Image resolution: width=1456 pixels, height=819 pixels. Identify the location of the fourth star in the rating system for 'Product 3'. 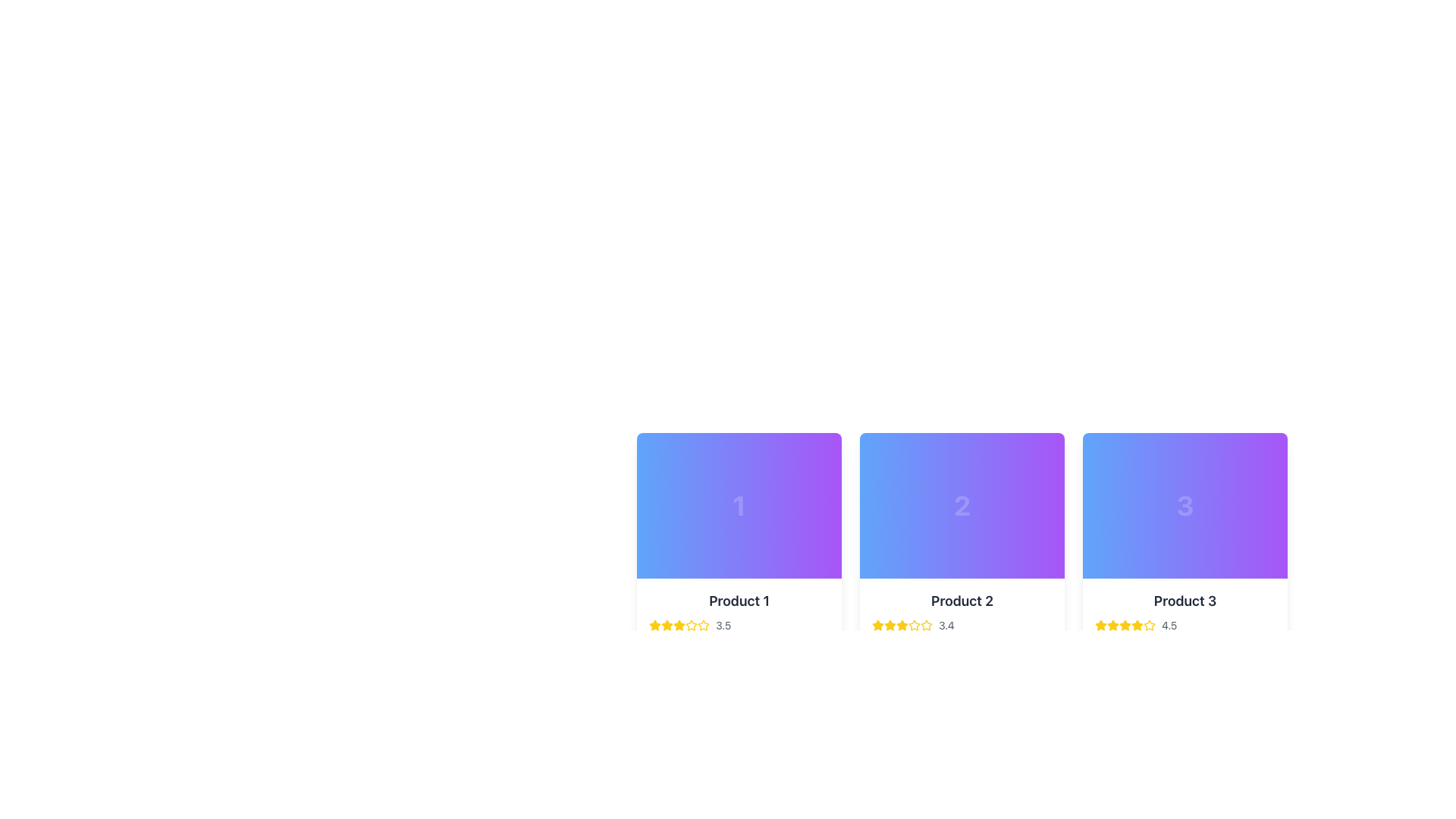
(1137, 625).